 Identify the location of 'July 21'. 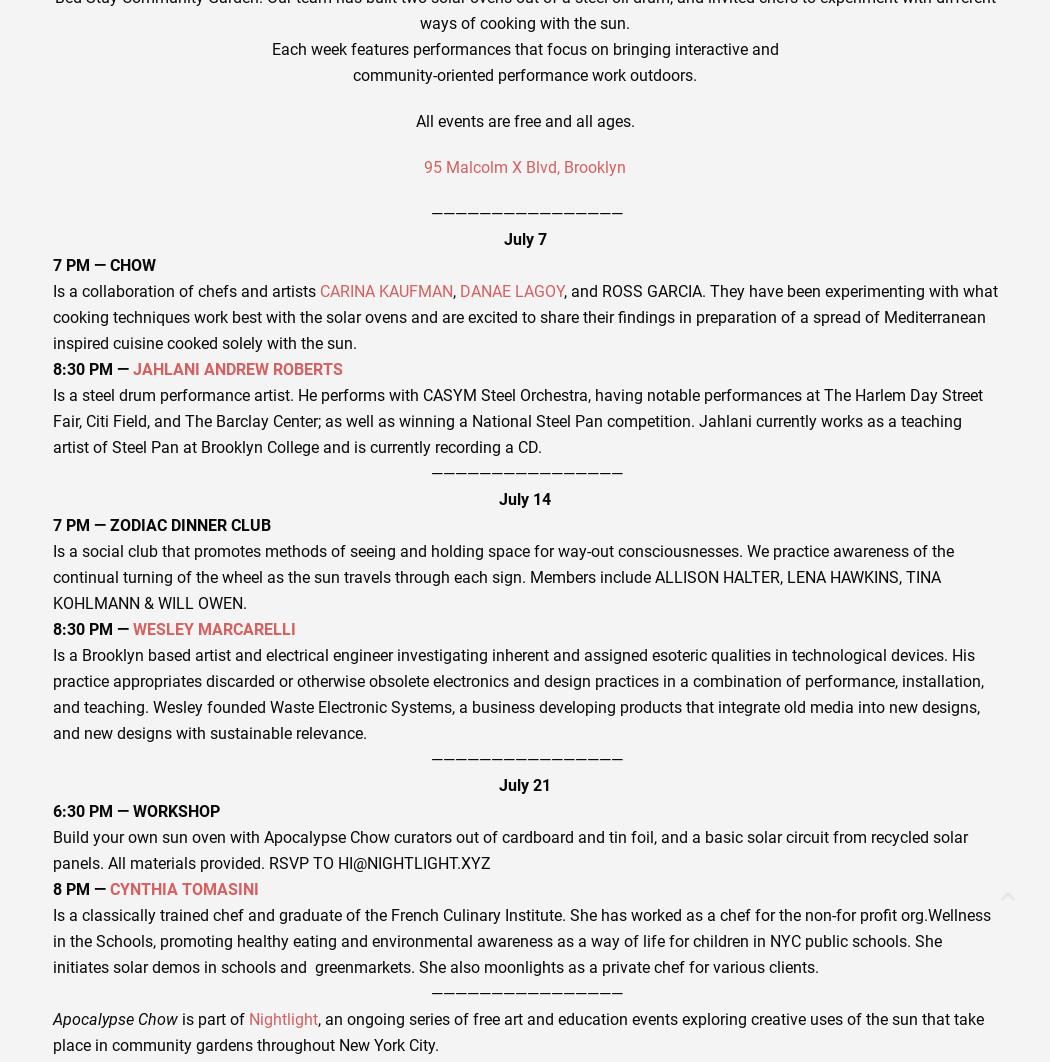
(525, 784).